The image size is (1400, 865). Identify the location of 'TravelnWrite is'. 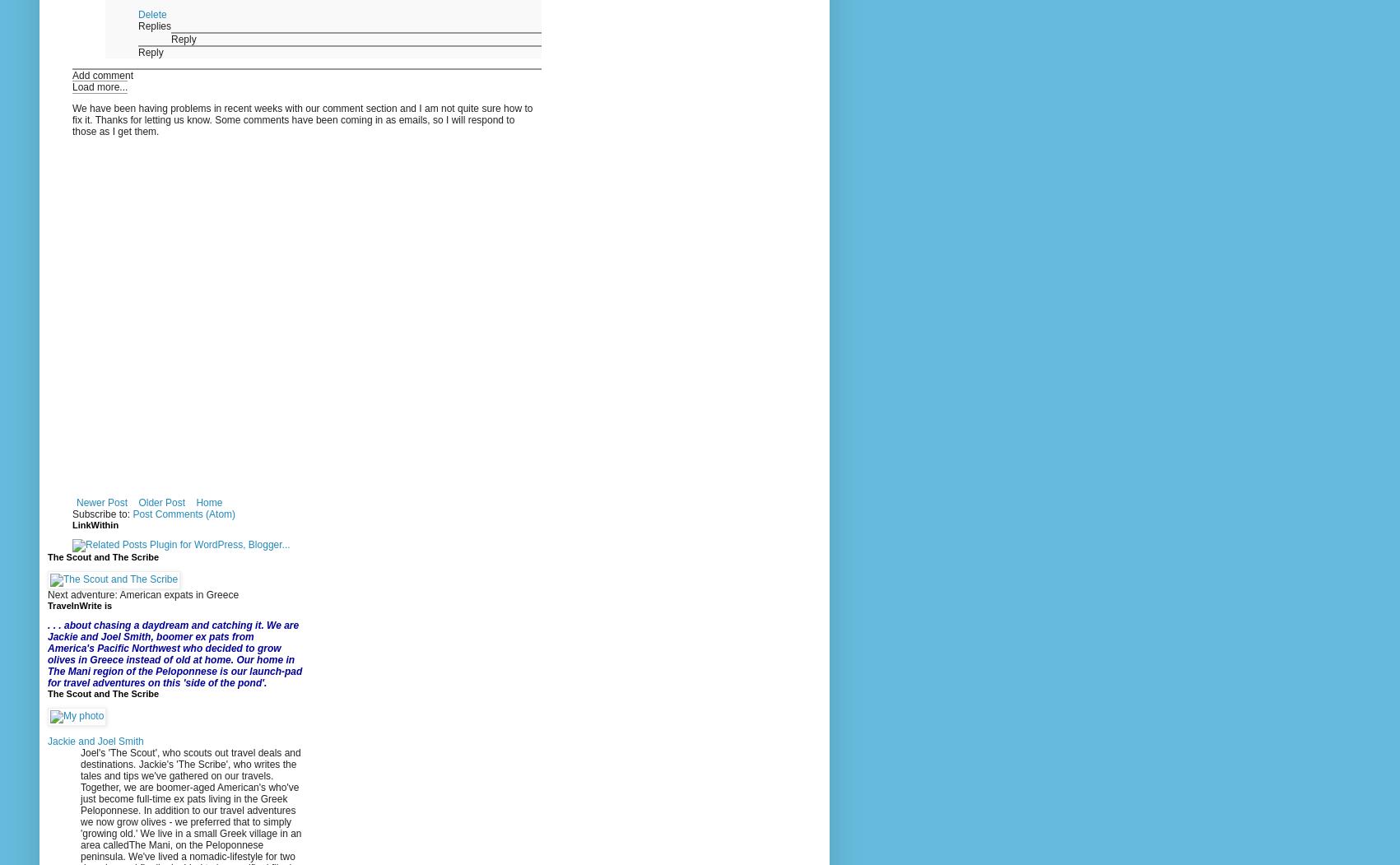
(79, 606).